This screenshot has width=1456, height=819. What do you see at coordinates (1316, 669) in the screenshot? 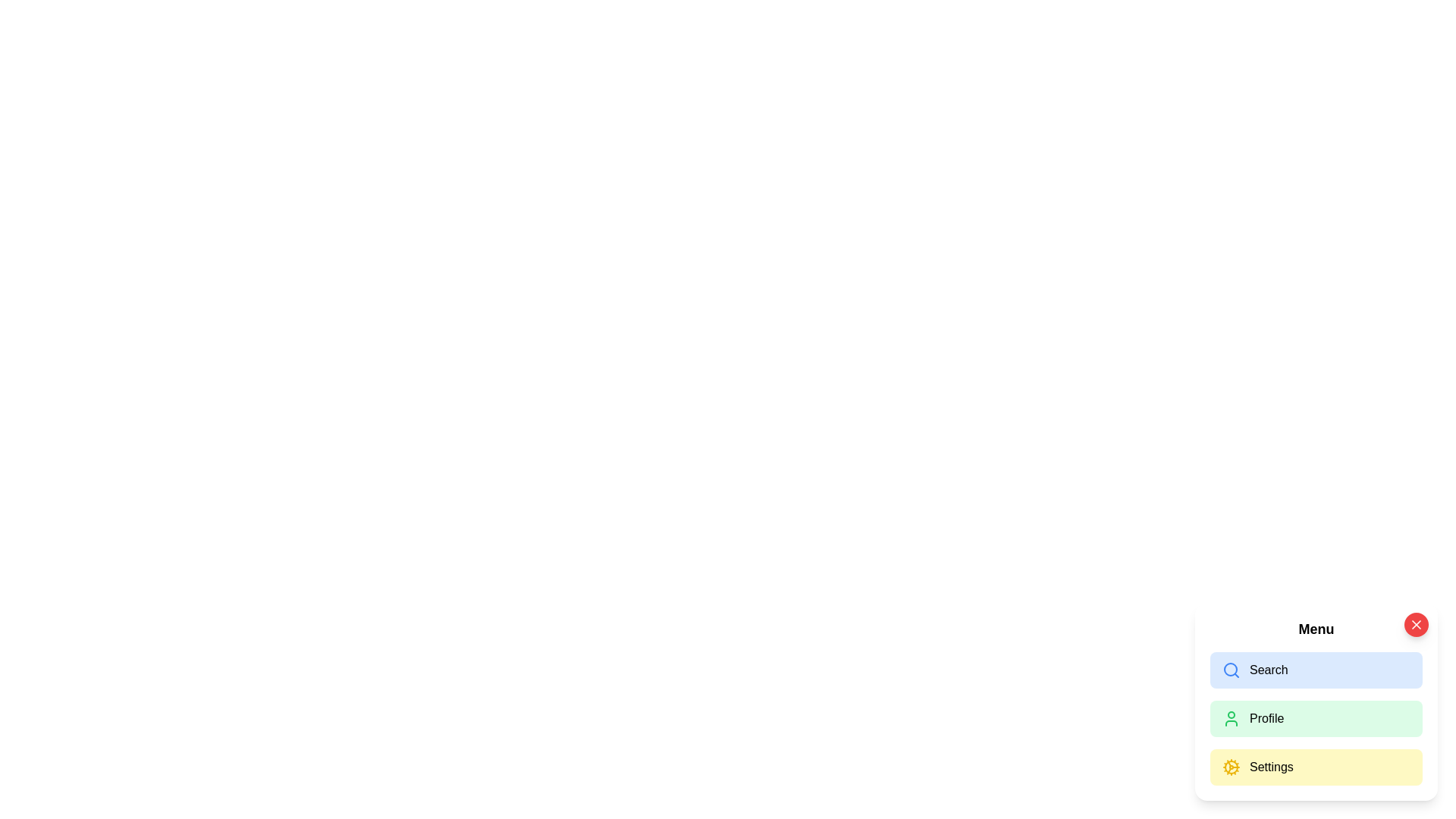
I see `the search button located above the 'Profile' button with a green background` at bounding box center [1316, 669].